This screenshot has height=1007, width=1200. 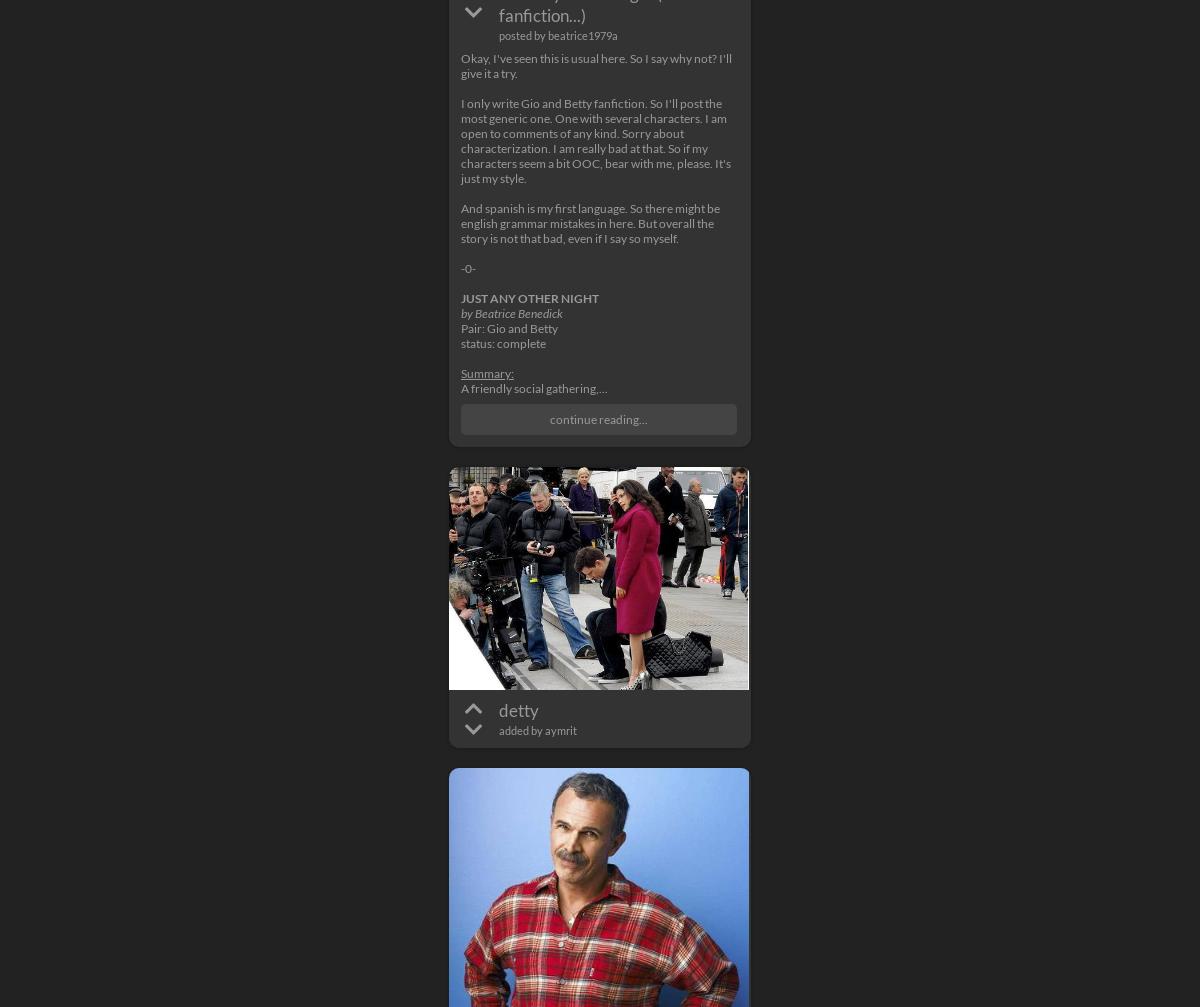 What do you see at coordinates (486, 373) in the screenshot?
I see `'Summary:'` at bounding box center [486, 373].